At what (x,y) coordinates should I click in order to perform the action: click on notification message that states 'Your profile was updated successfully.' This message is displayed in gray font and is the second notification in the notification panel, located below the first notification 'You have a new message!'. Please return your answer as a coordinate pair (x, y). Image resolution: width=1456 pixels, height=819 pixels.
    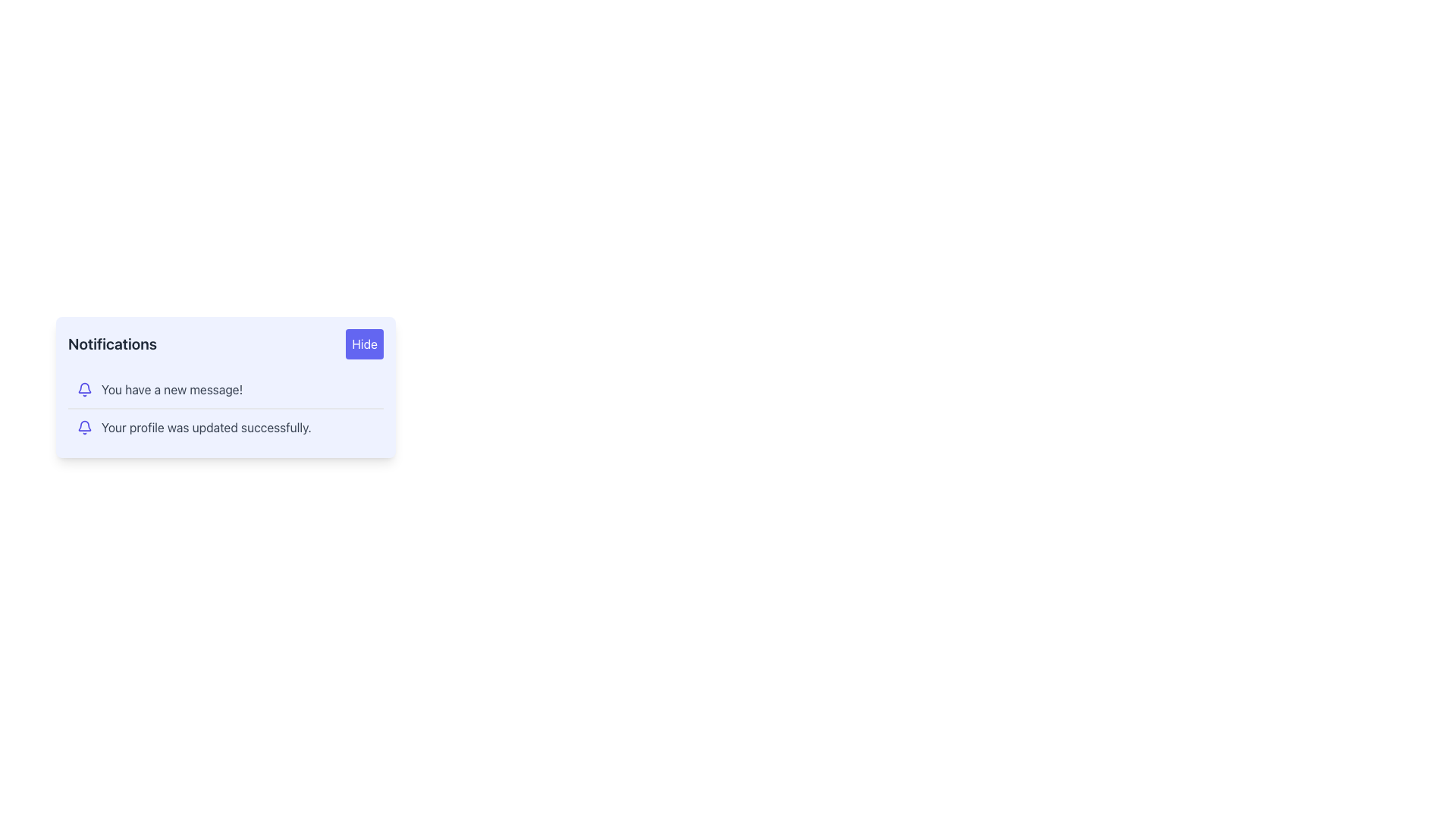
    Looking at the image, I should click on (206, 427).